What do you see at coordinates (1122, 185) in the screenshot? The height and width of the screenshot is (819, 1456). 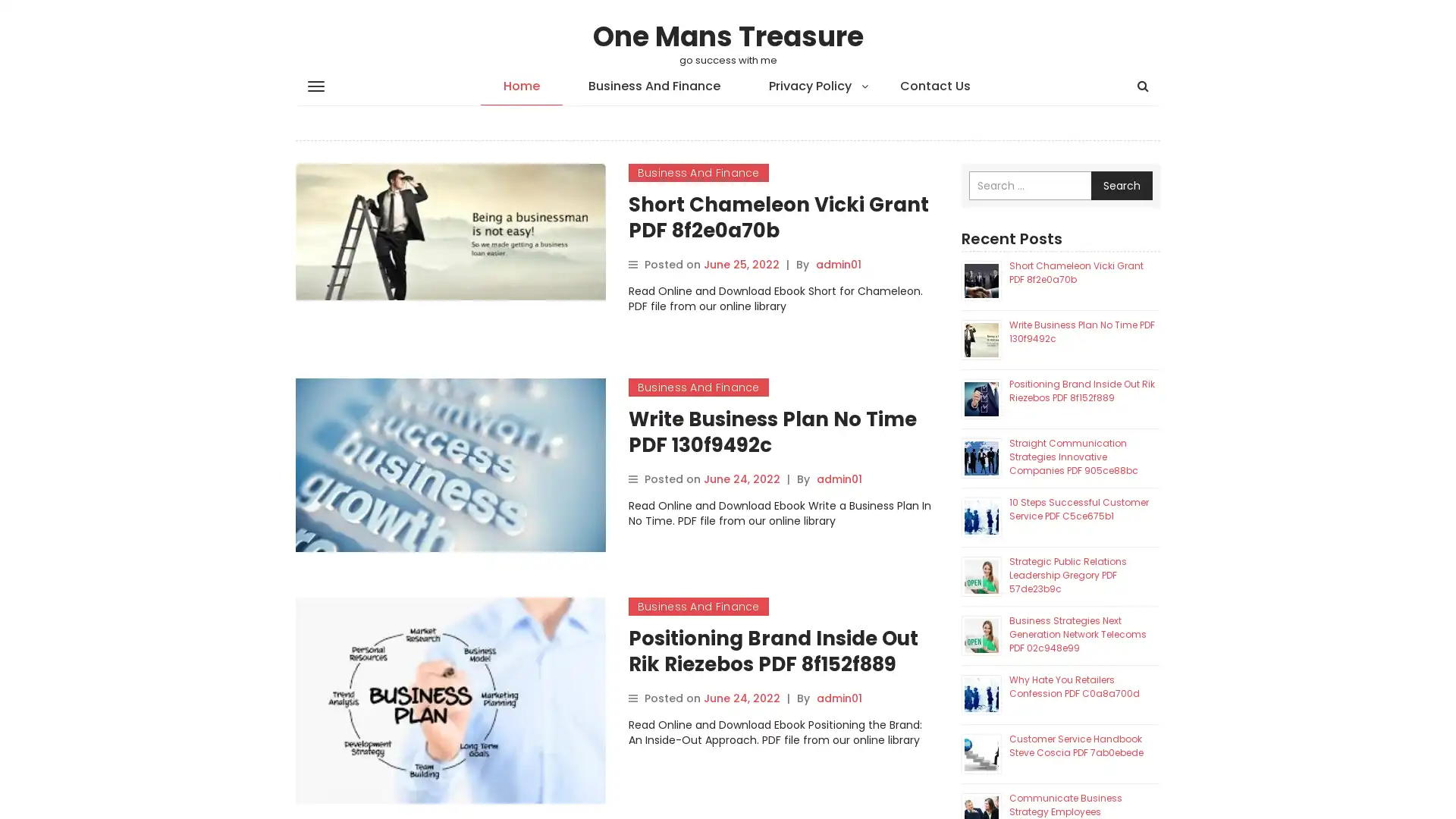 I see `Search` at bounding box center [1122, 185].